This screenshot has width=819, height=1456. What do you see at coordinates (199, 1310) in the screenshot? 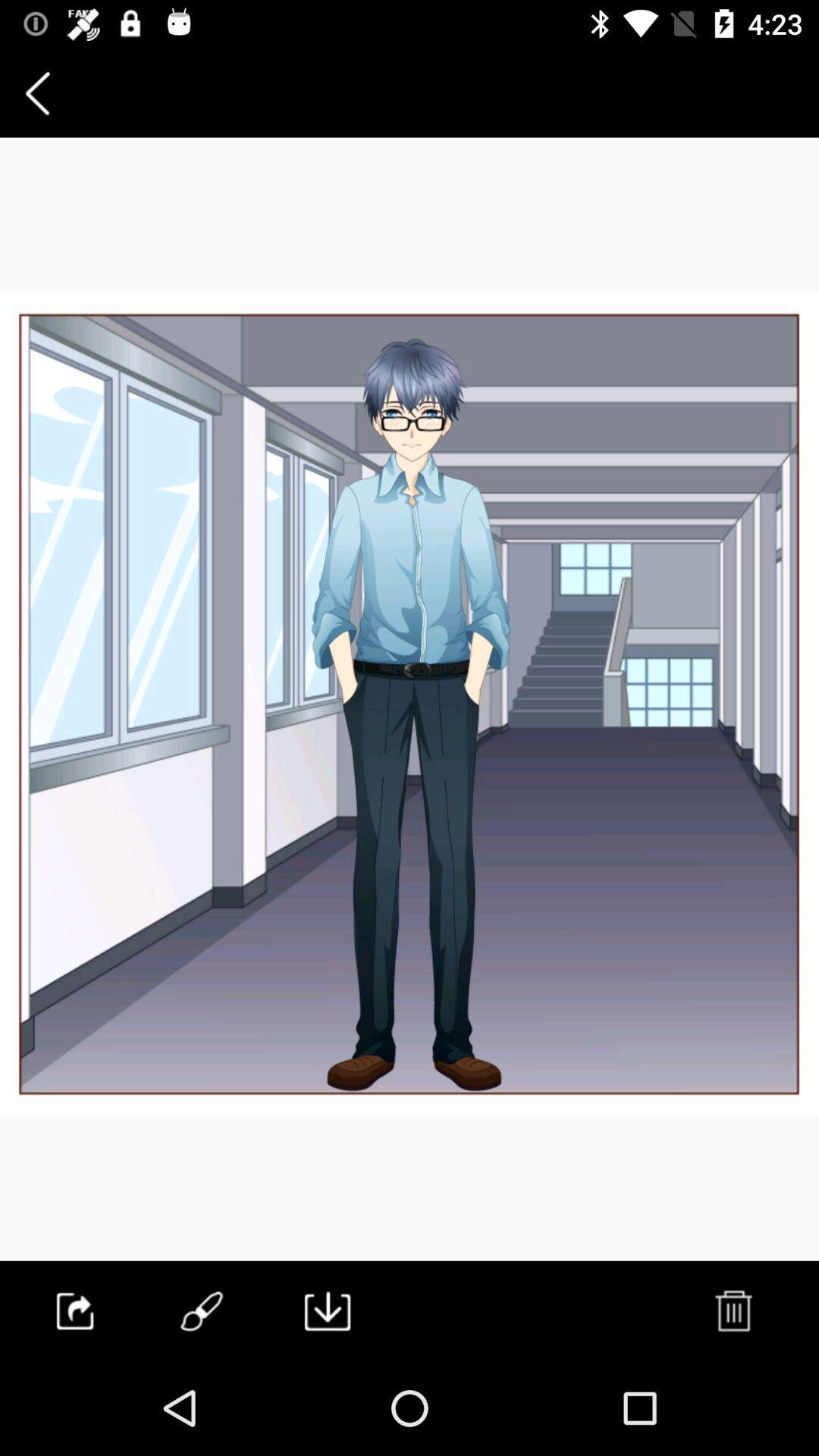
I see `the edit icon` at bounding box center [199, 1310].